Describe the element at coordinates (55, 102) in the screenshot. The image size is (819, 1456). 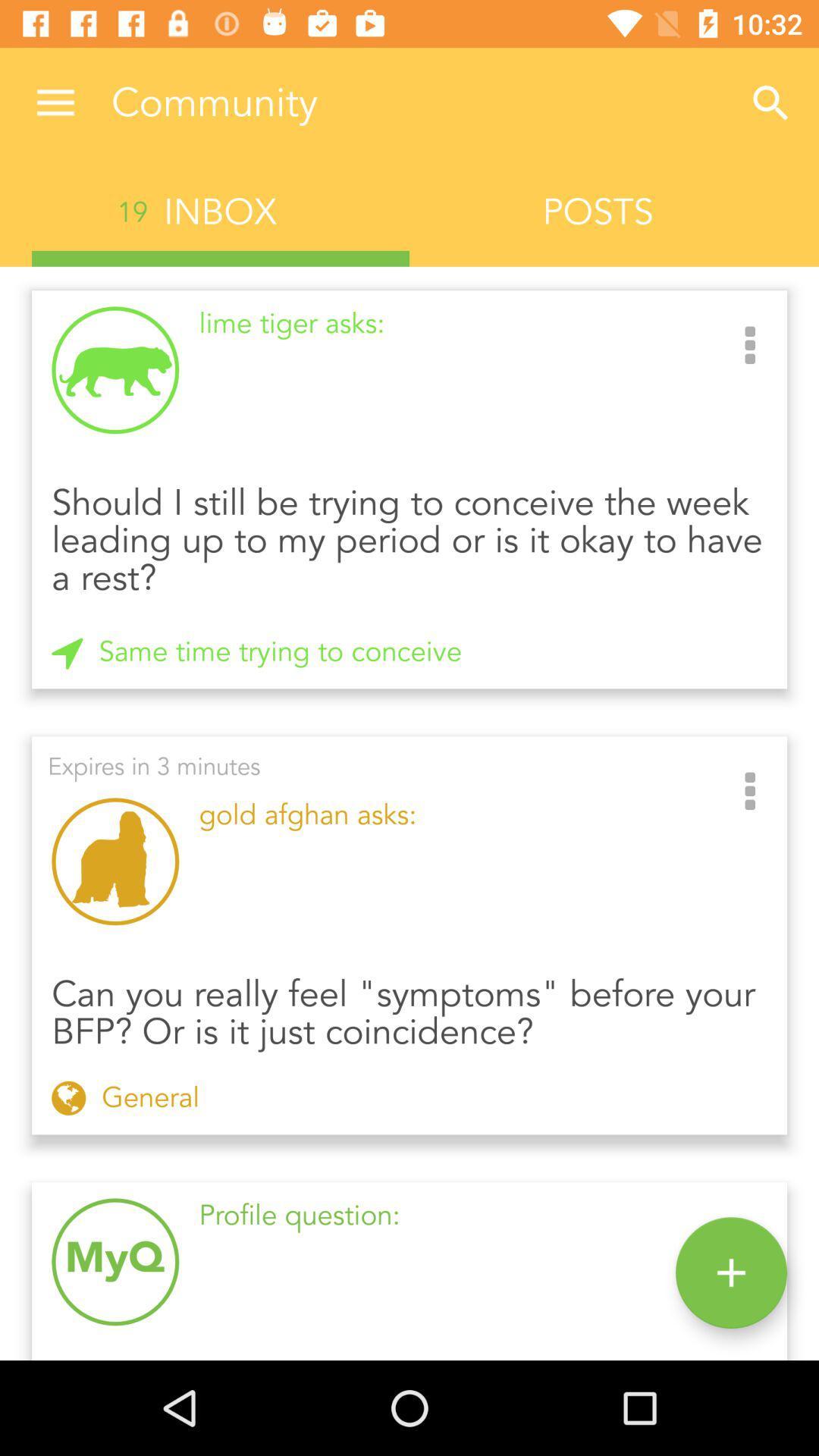
I see `item above 19 icon` at that location.